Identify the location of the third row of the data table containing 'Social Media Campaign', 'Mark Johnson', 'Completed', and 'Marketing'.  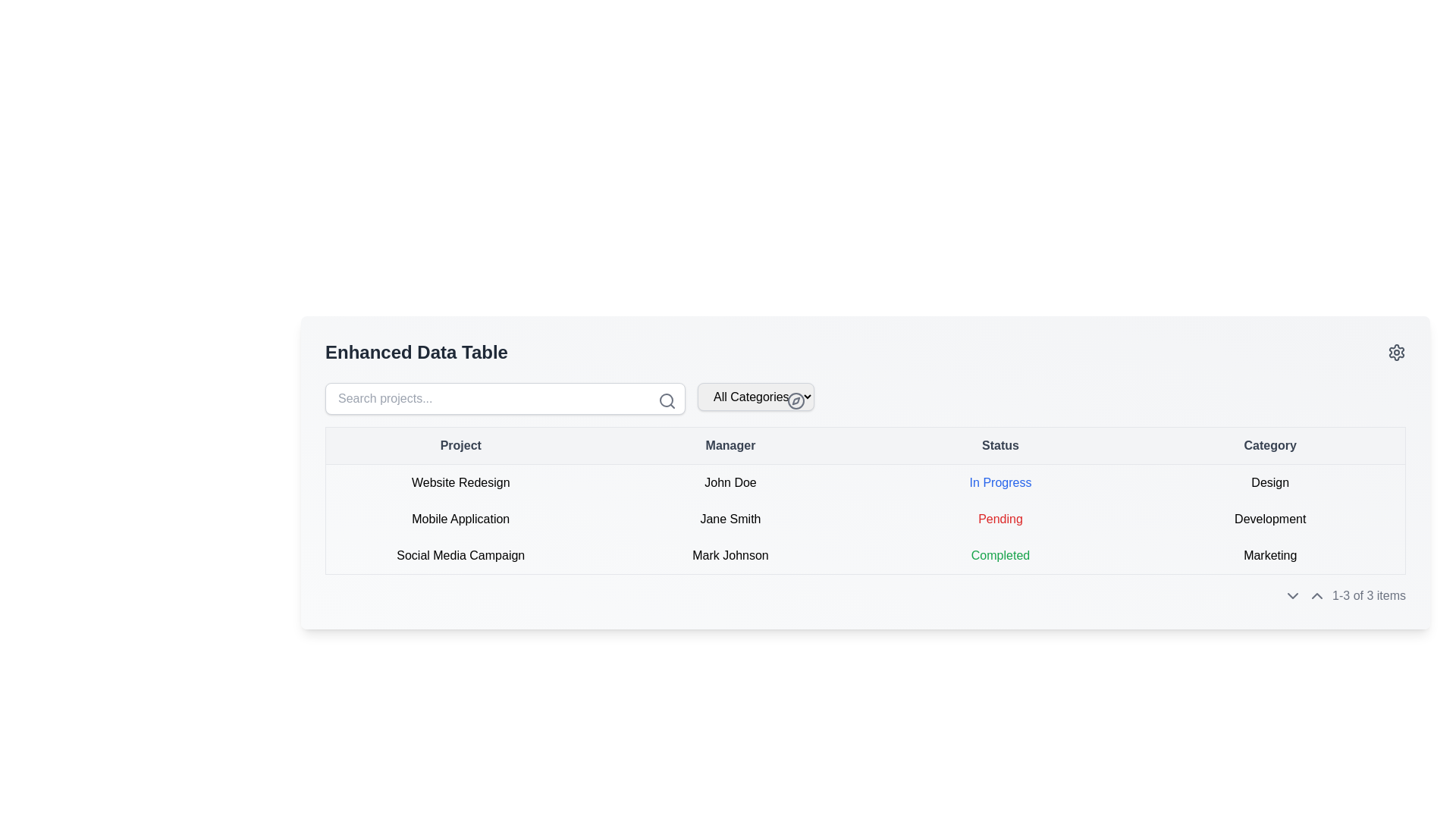
(865, 556).